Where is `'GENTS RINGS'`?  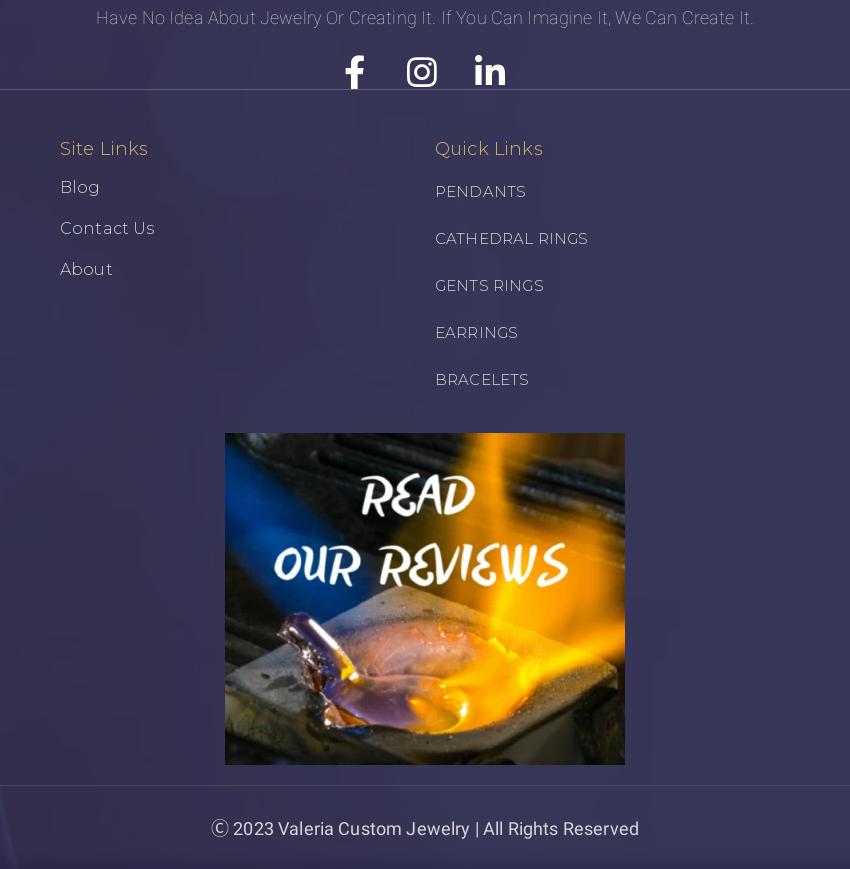 'GENTS RINGS' is located at coordinates (489, 283).